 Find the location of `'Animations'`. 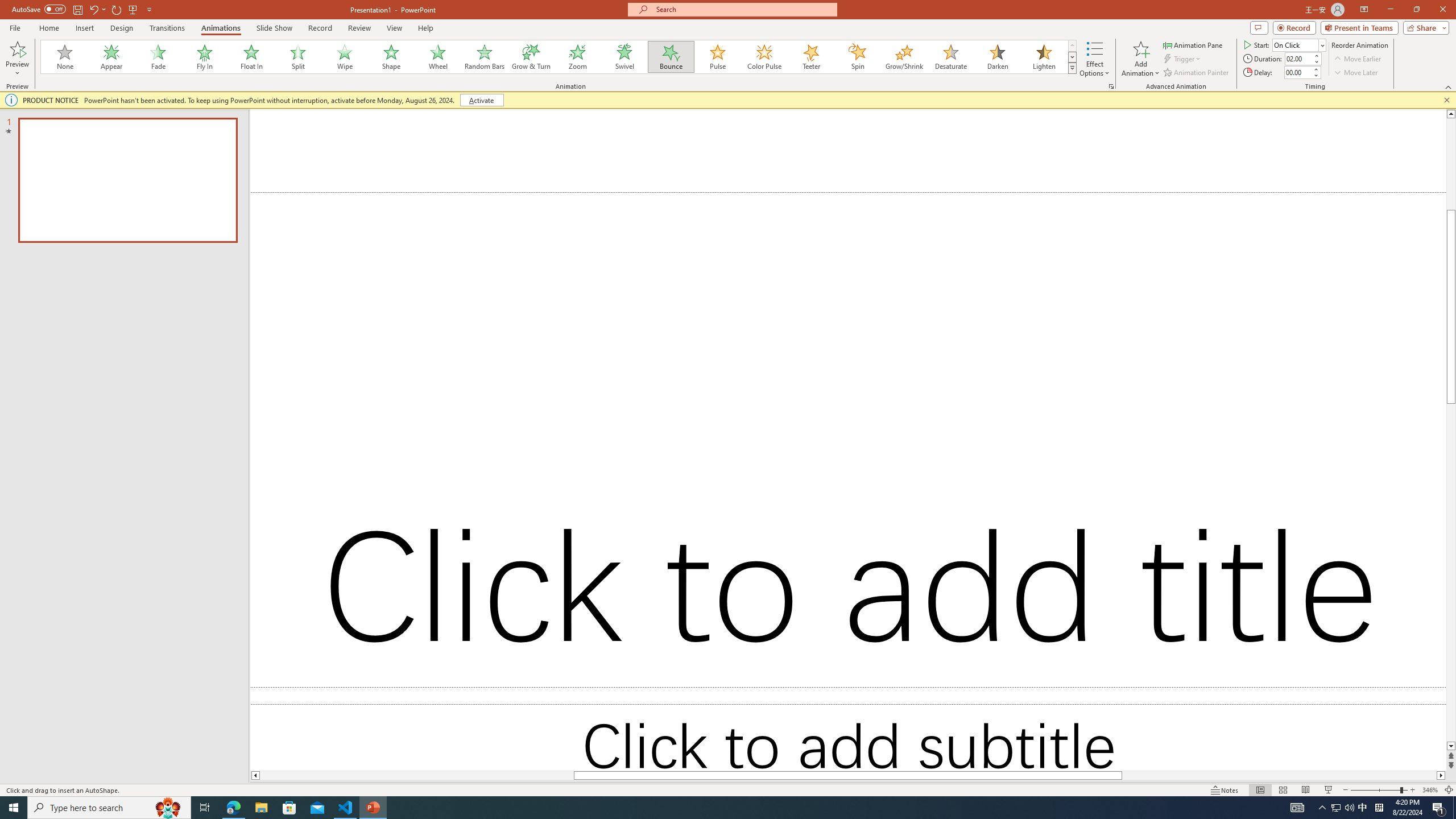

'Animations' is located at coordinates (220, 28).